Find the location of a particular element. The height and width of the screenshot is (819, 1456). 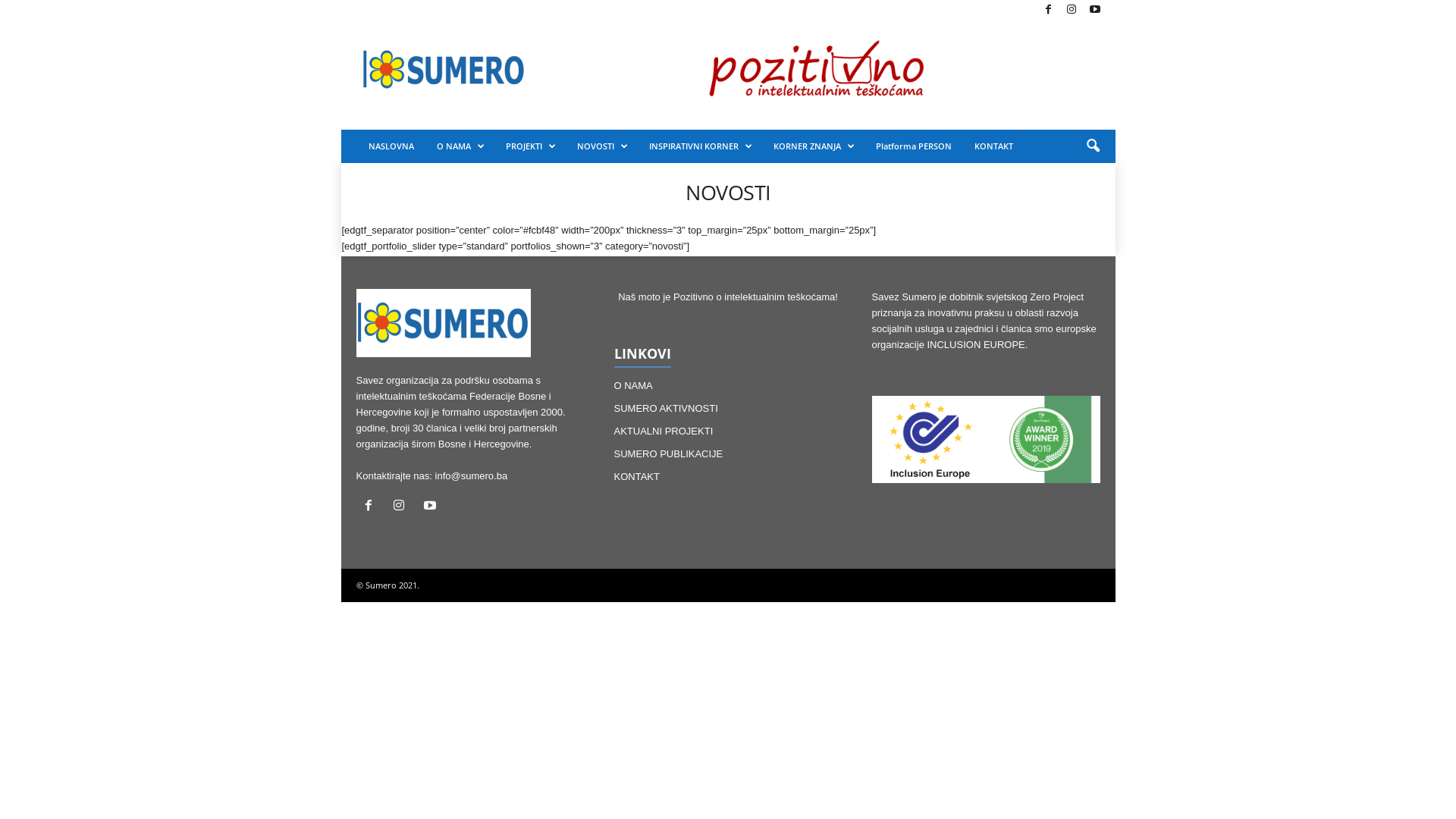

'Platforma PERSON' is located at coordinates (912, 146).